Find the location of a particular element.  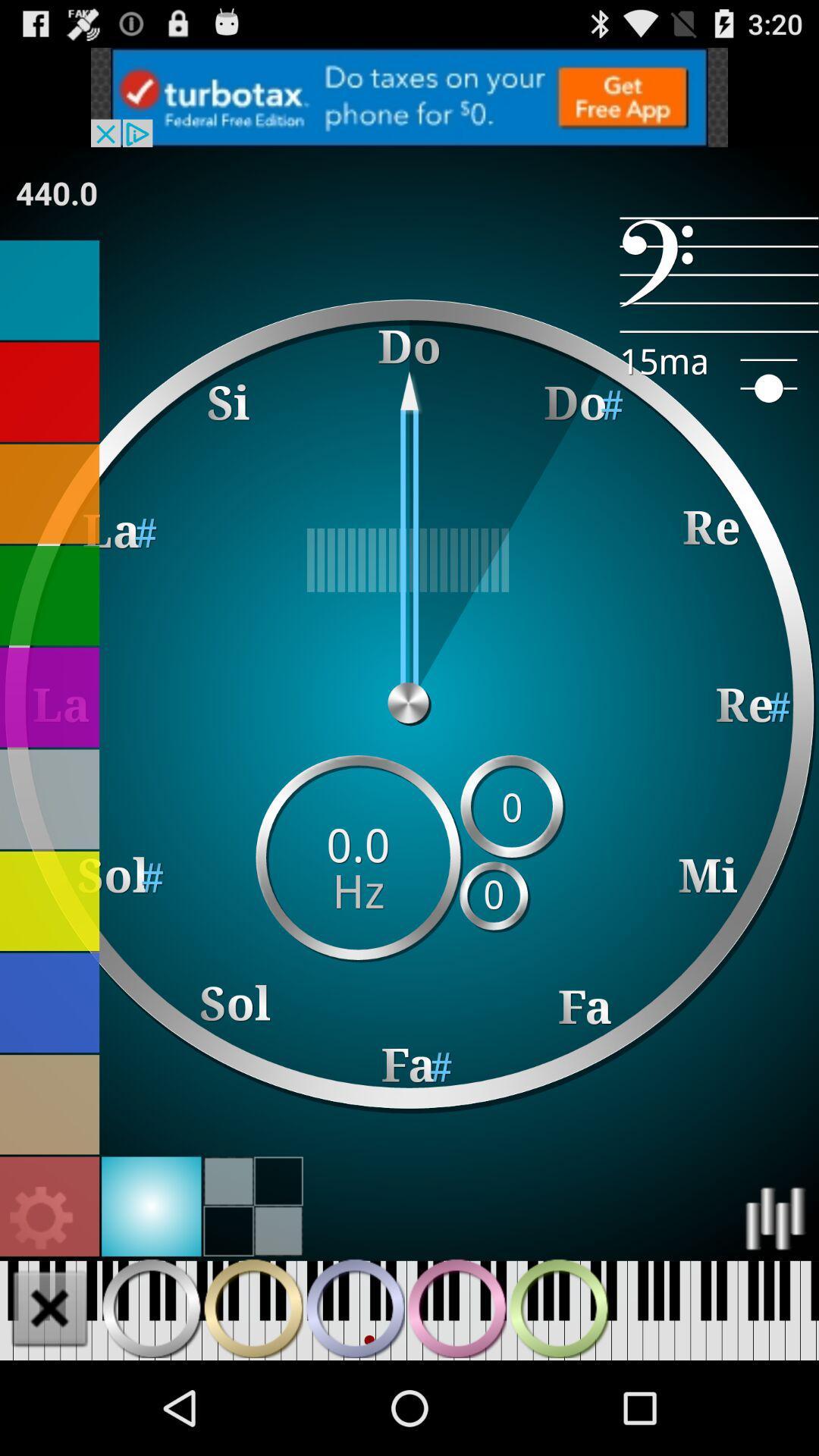

press to select tune is located at coordinates (49, 696).